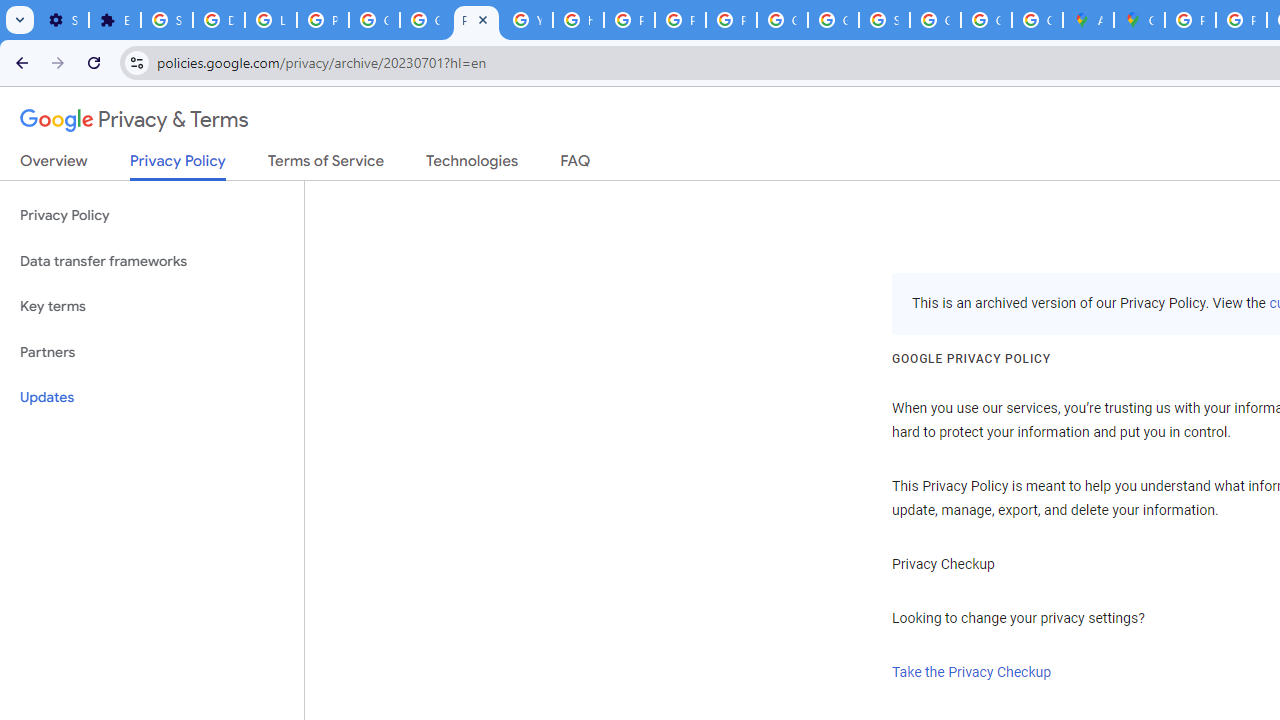 The height and width of the screenshot is (720, 1280). Describe the element at coordinates (218, 20) in the screenshot. I see `'Delete photos & videos - Computer - Google Photos Help'` at that location.